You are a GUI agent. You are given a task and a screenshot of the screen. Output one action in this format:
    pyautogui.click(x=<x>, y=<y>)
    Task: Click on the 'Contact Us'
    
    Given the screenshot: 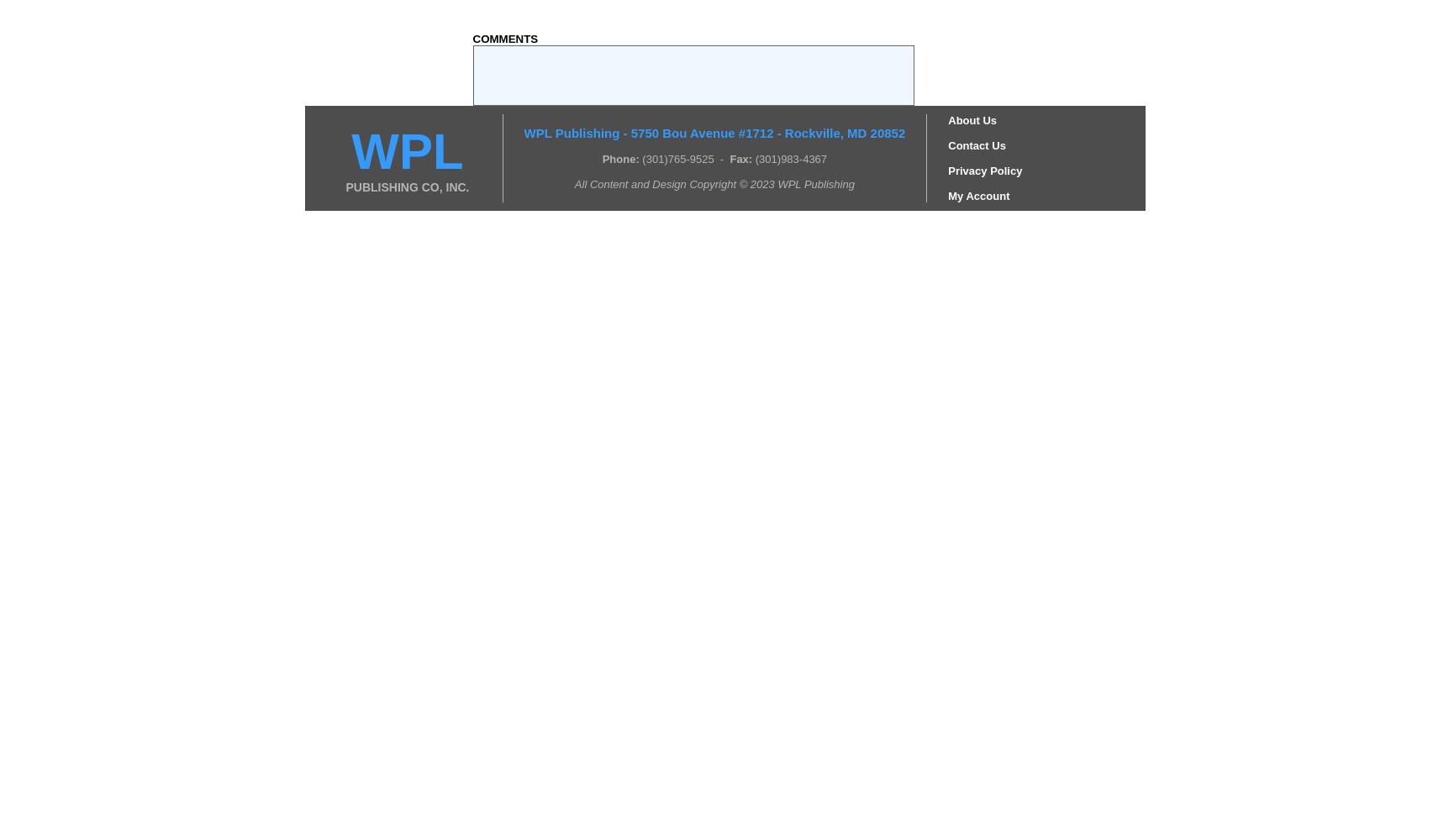 What is the action you would take?
    pyautogui.click(x=976, y=144)
    